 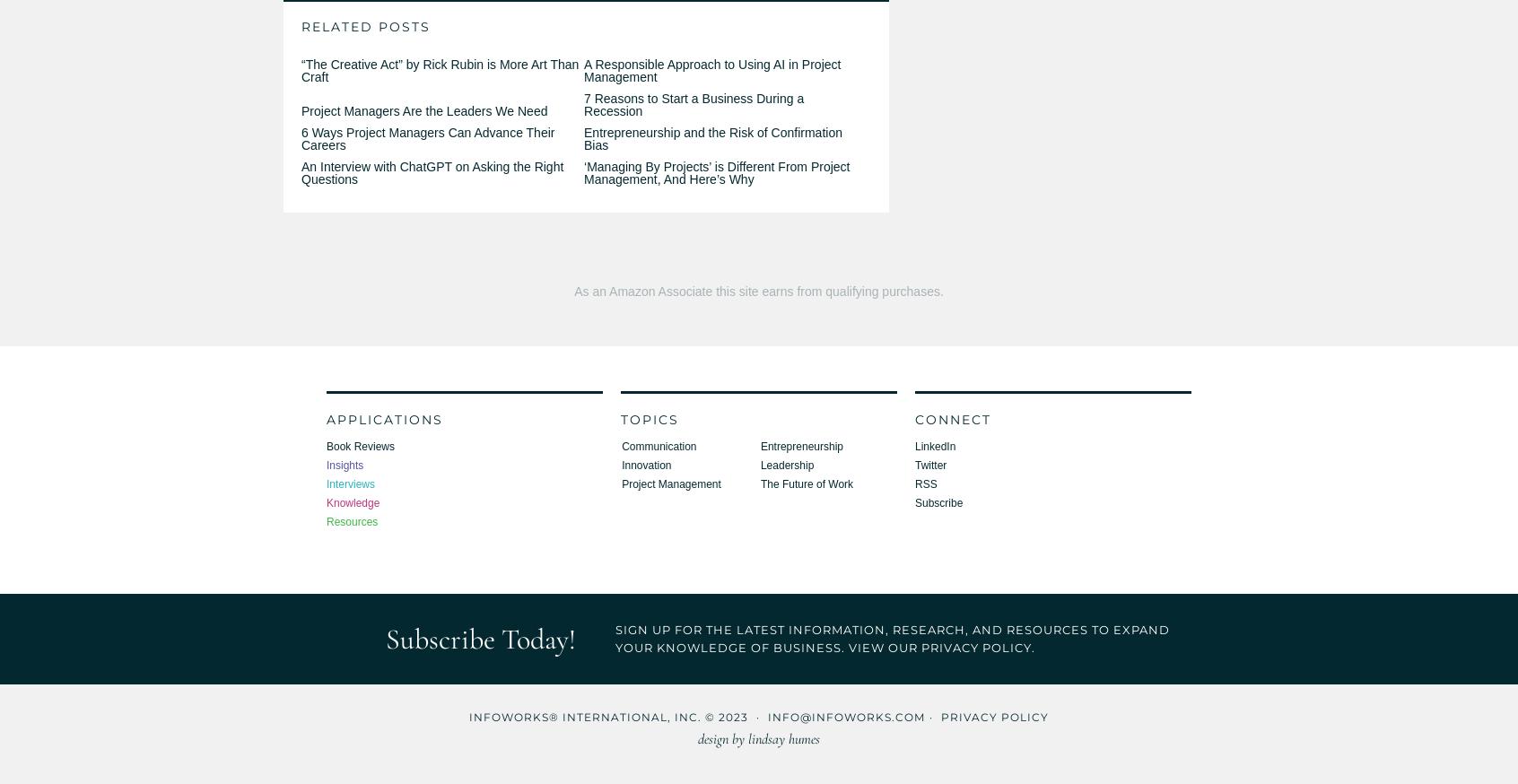 I want to click on 'Topics', so click(x=649, y=417).